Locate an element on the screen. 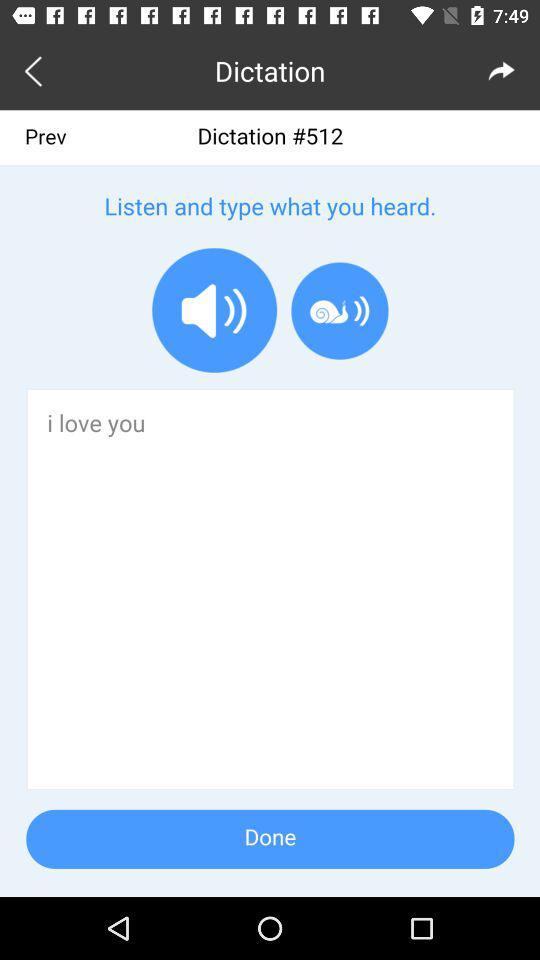 Image resolution: width=540 pixels, height=960 pixels. the redo icon is located at coordinates (501, 70).